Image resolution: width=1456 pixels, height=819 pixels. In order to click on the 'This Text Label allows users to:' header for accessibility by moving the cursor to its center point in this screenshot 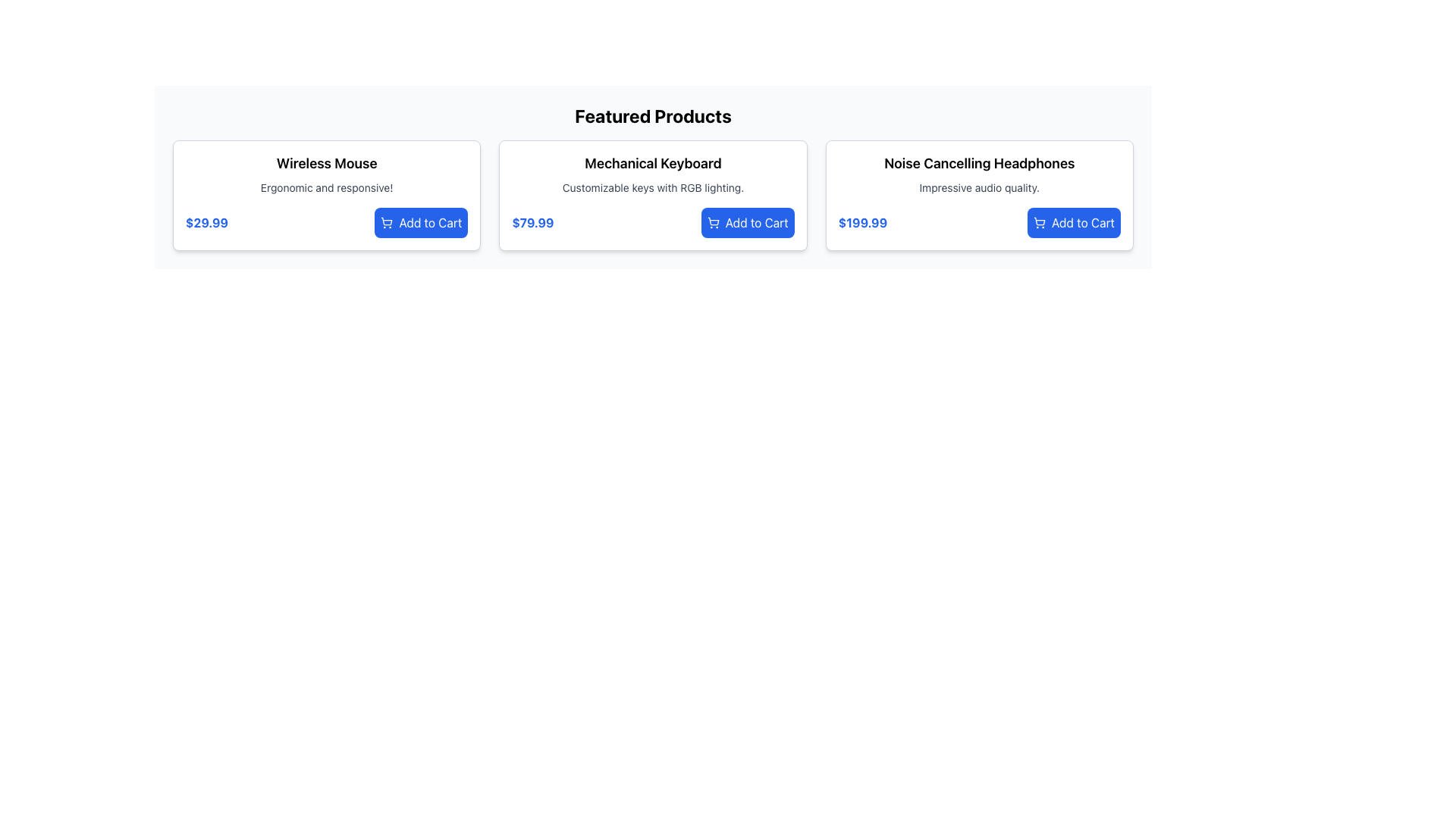, I will do `click(653, 115)`.